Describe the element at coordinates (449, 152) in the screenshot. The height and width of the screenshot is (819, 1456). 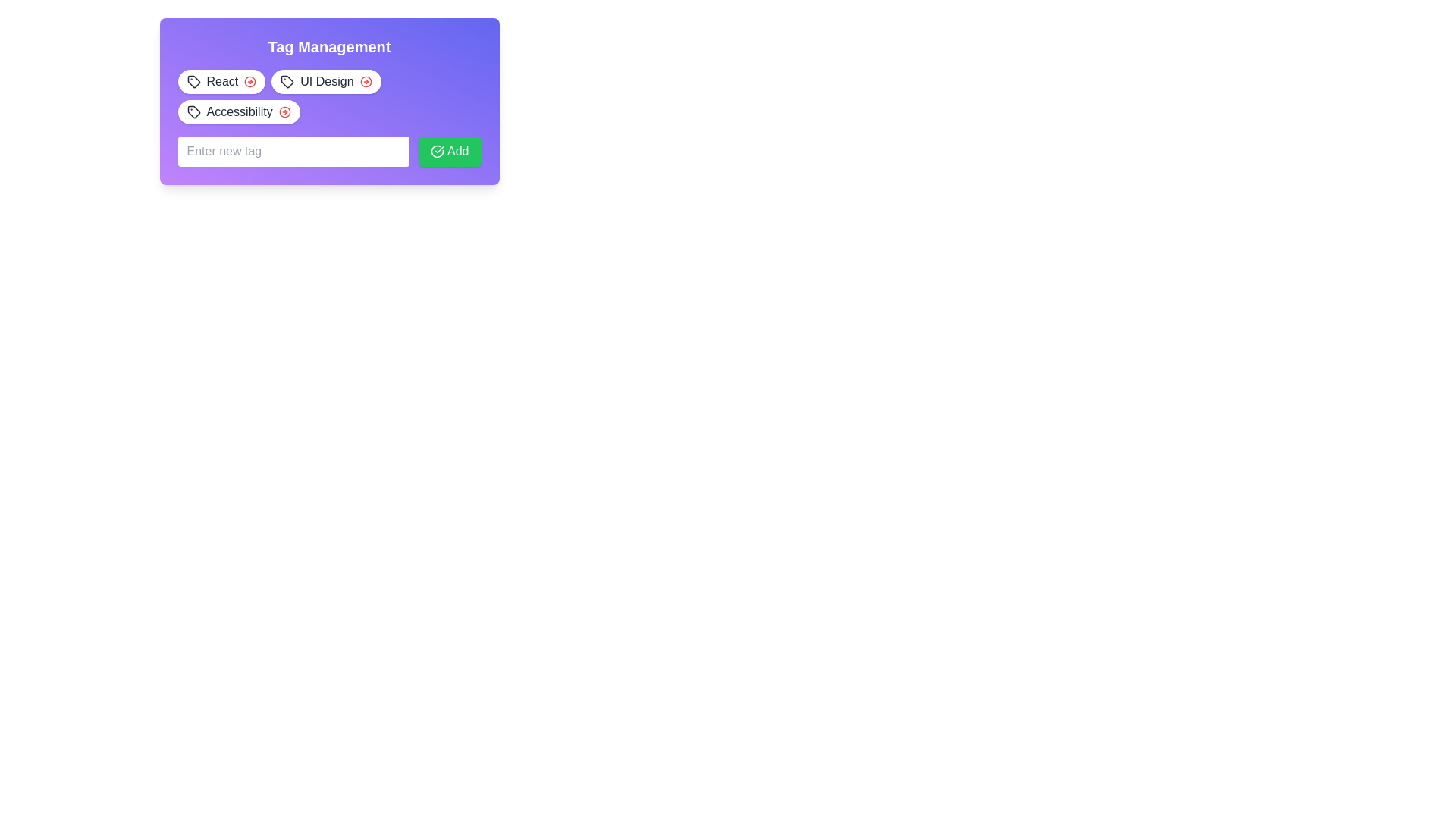
I see `the green rectangular button with a white checkmark icon and the word 'Add' in bold white text` at that location.